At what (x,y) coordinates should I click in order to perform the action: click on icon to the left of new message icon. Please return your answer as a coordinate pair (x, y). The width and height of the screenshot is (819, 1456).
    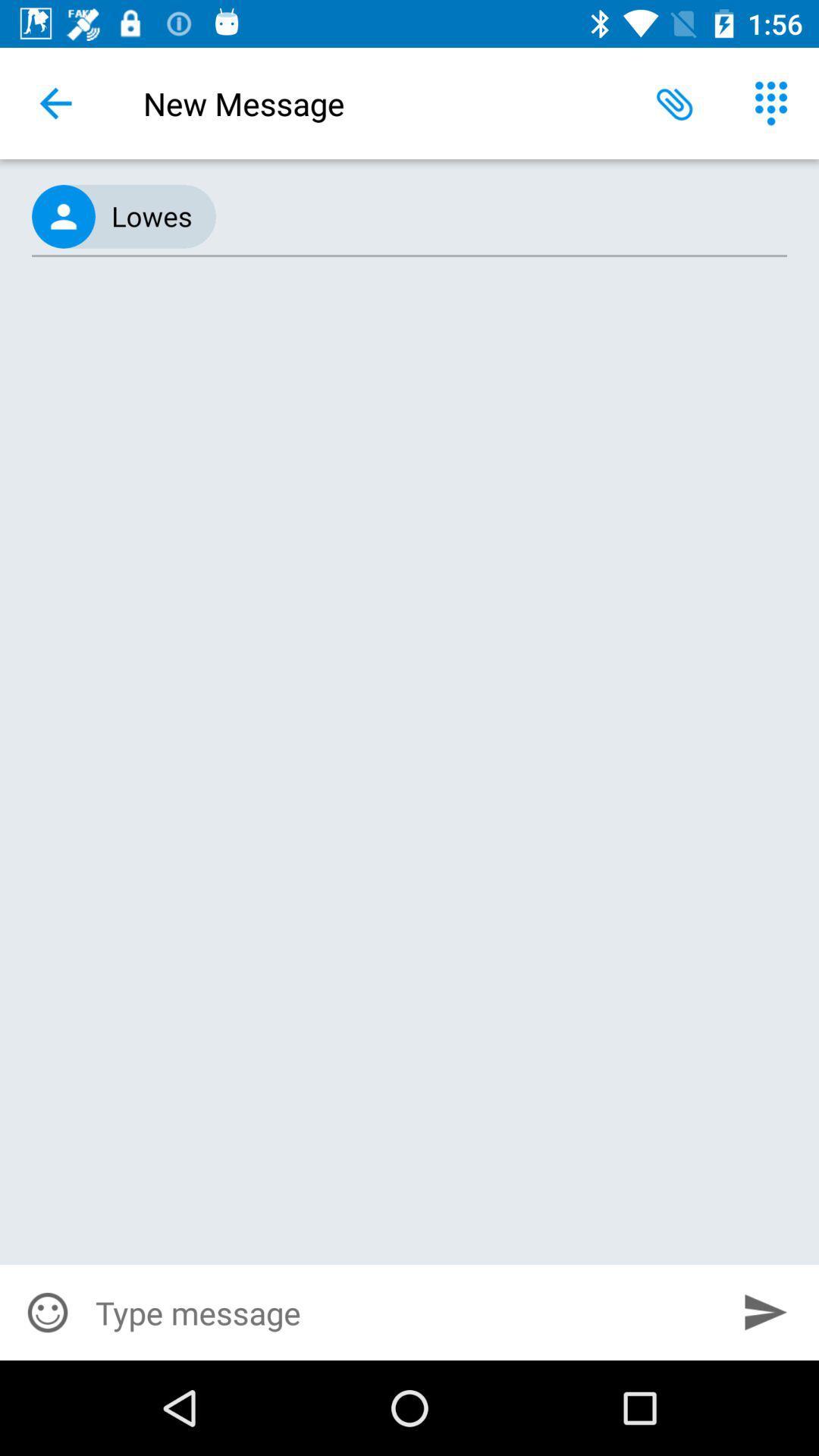
    Looking at the image, I should click on (55, 102).